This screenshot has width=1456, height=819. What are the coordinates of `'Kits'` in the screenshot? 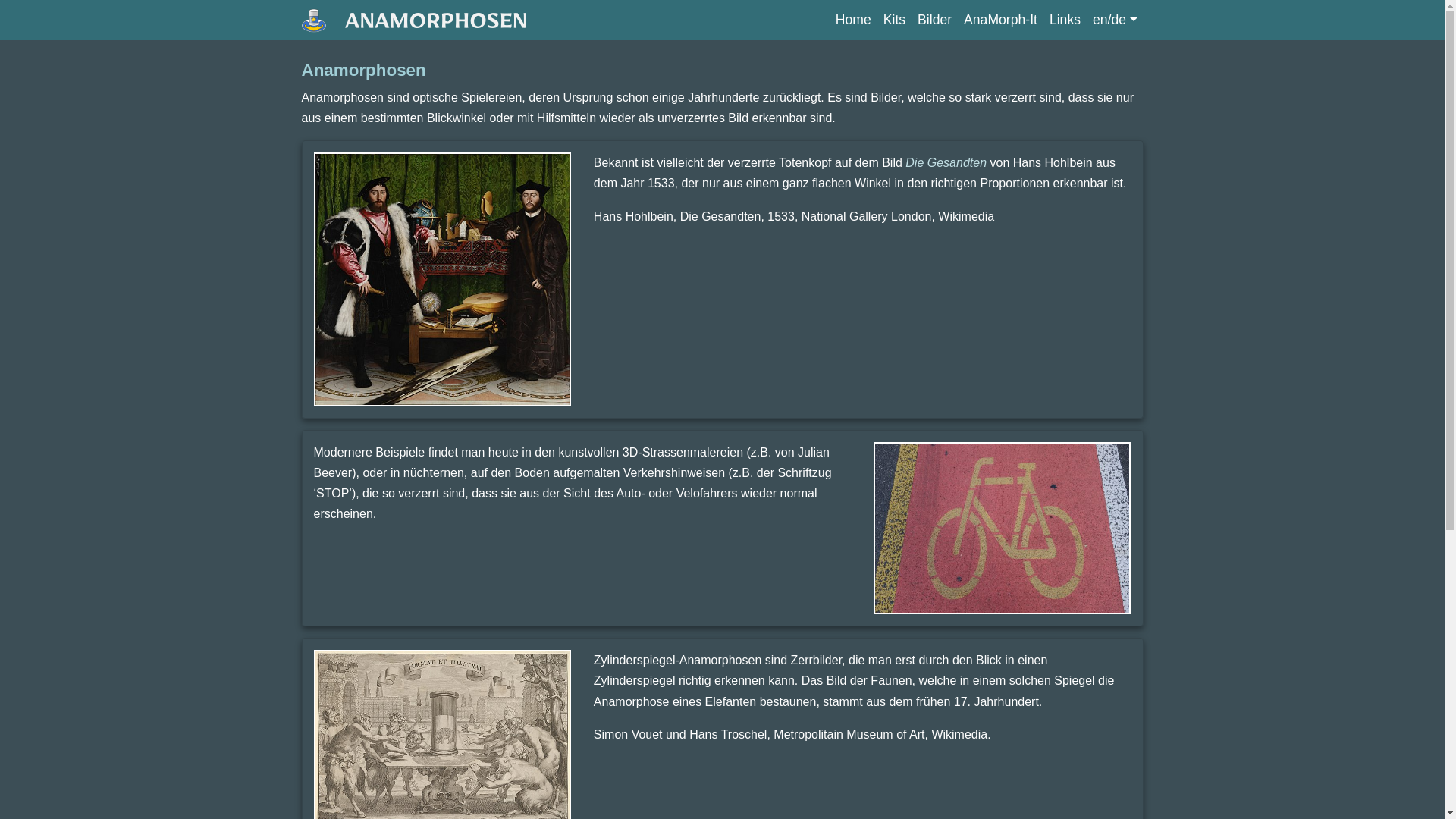 It's located at (894, 20).